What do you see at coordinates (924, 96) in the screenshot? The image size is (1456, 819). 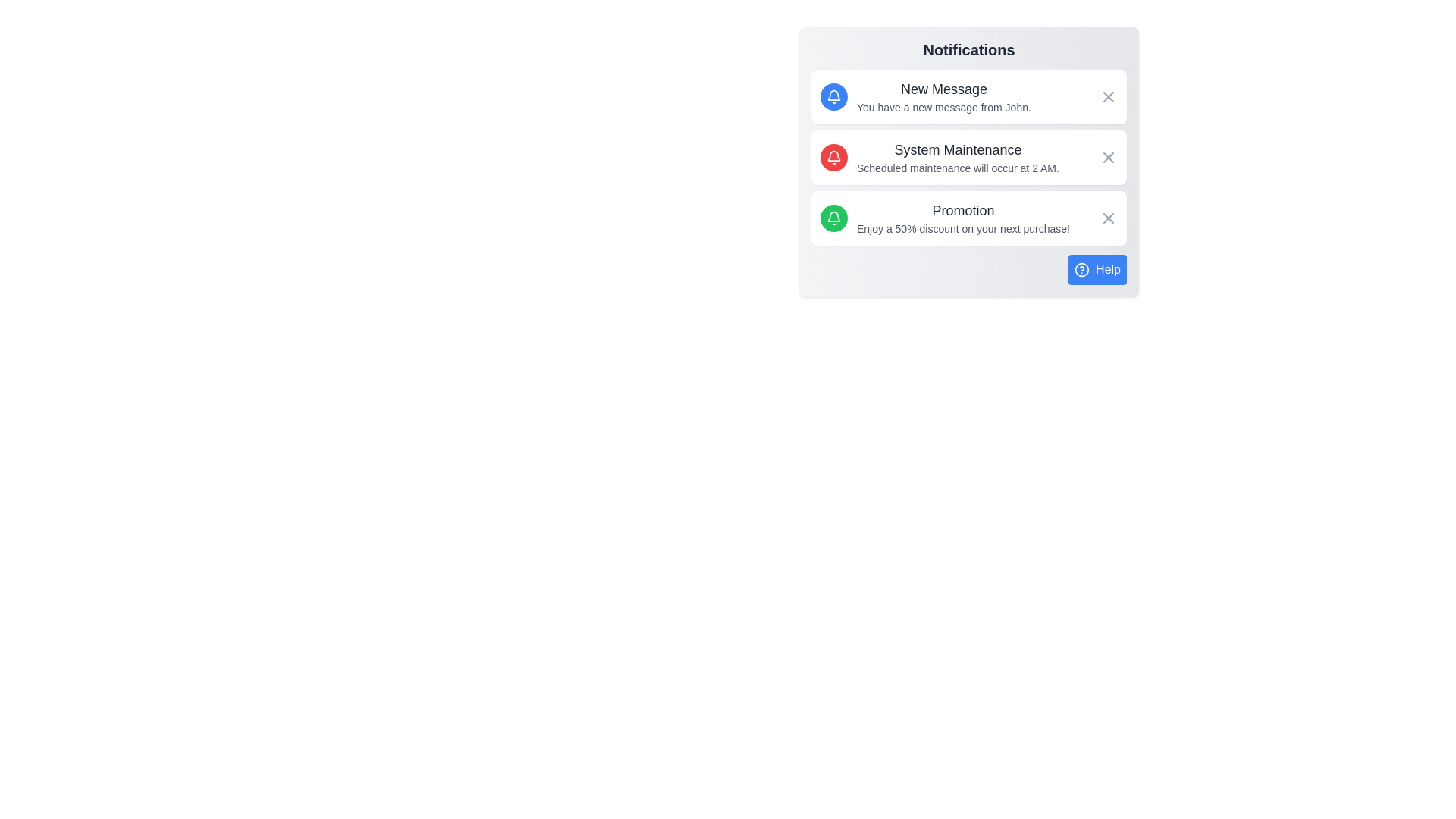 I see `the first notification item in the notification list` at bounding box center [924, 96].